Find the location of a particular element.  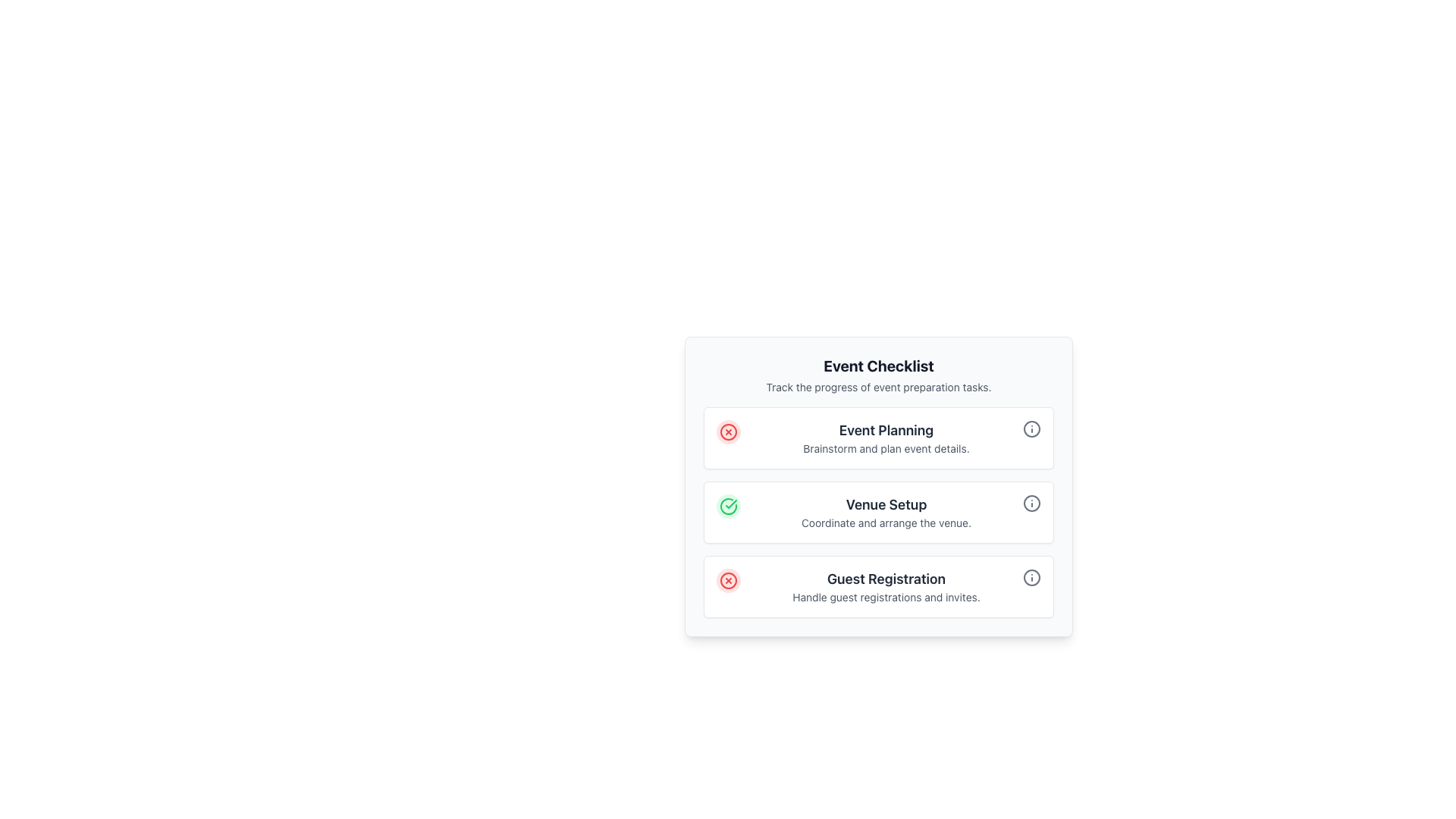

the rightmost icon in the 'Guest Registration' row of the 'Event Checklist' section, which indicates an error or unresolved task is located at coordinates (728, 580).